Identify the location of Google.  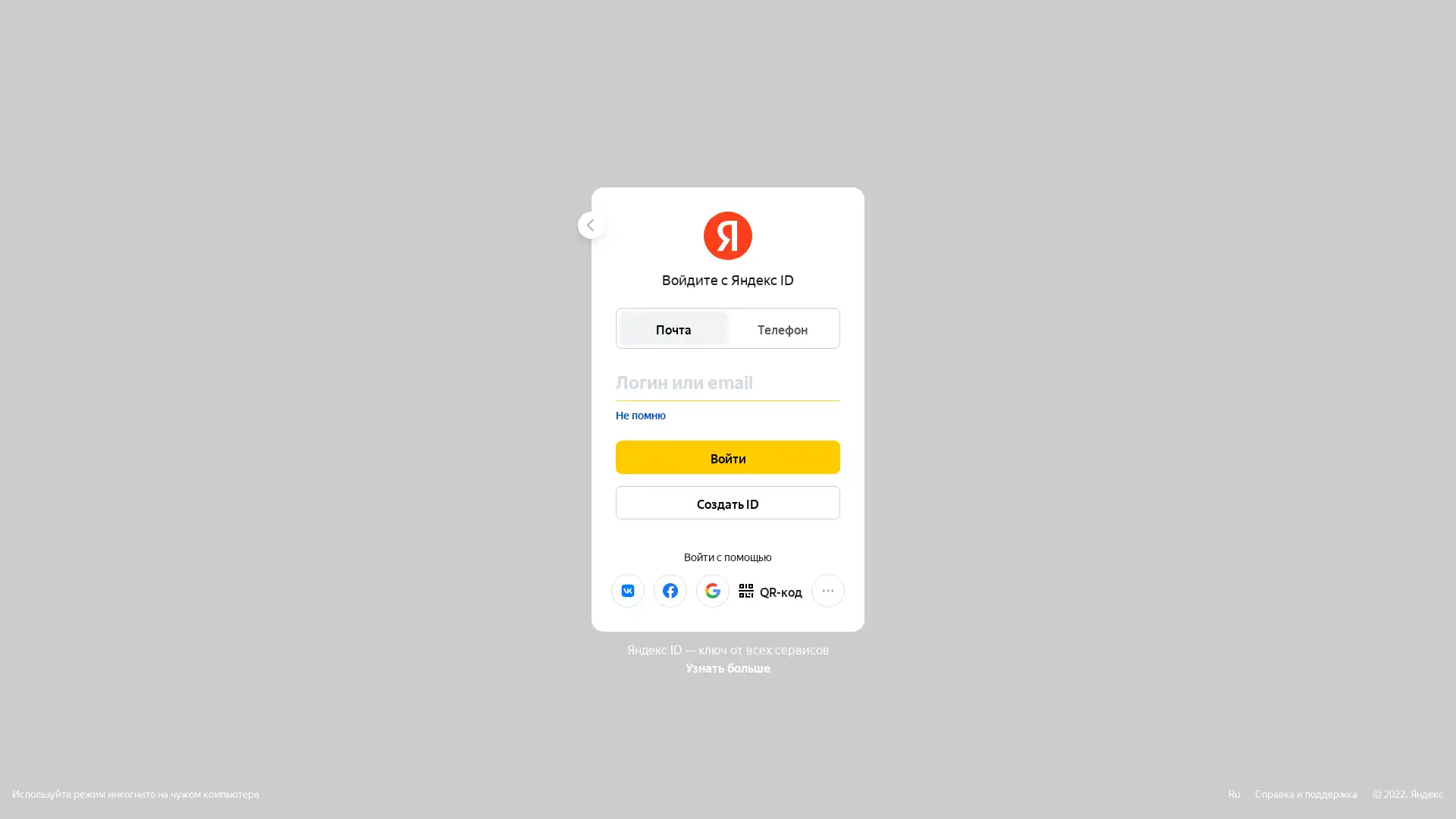
(712, 589).